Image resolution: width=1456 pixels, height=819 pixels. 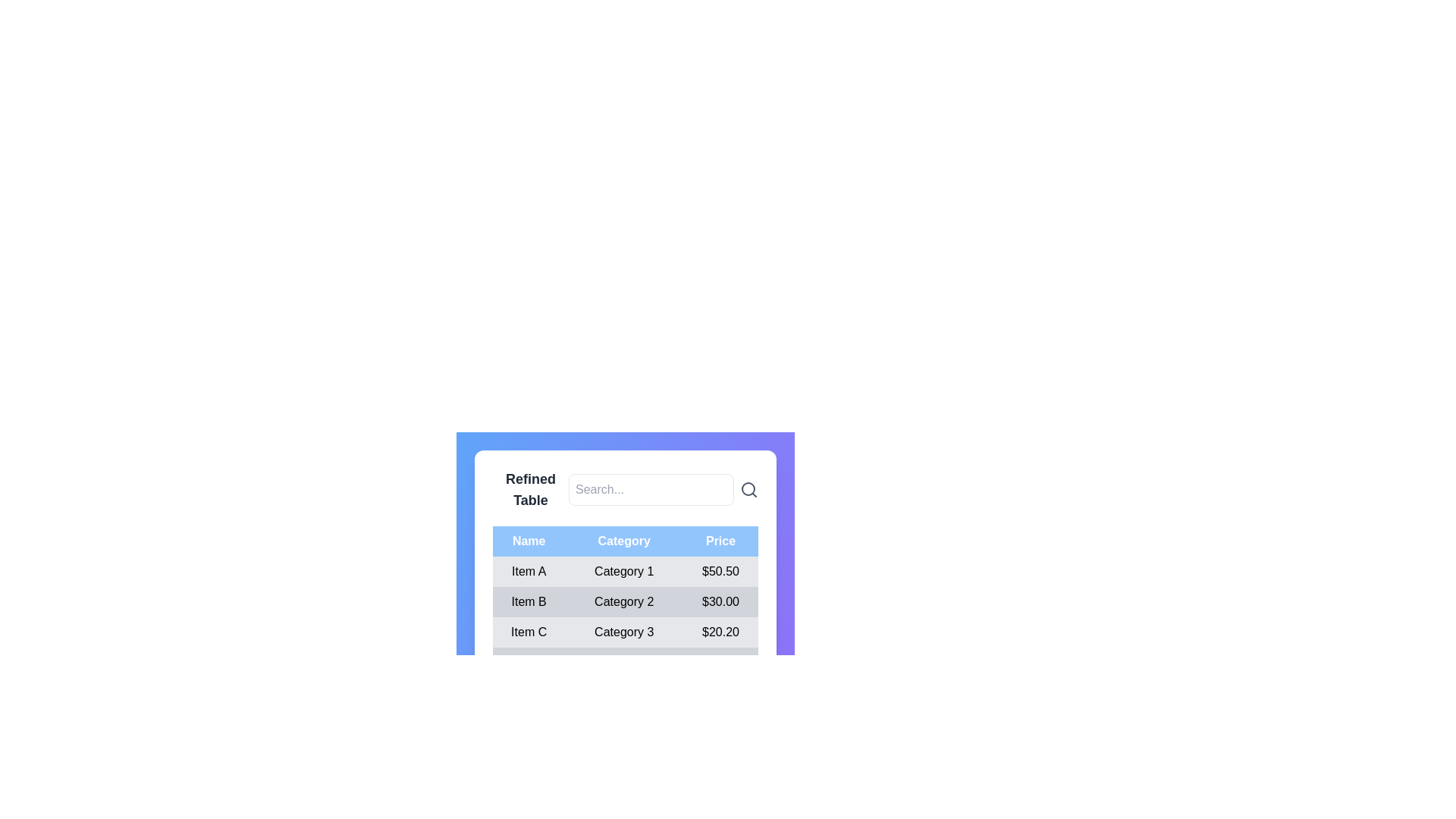 I want to click on the price value label for 'Item B' located in the third column of the second row of the 'Refined Table', so click(x=720, y=601).